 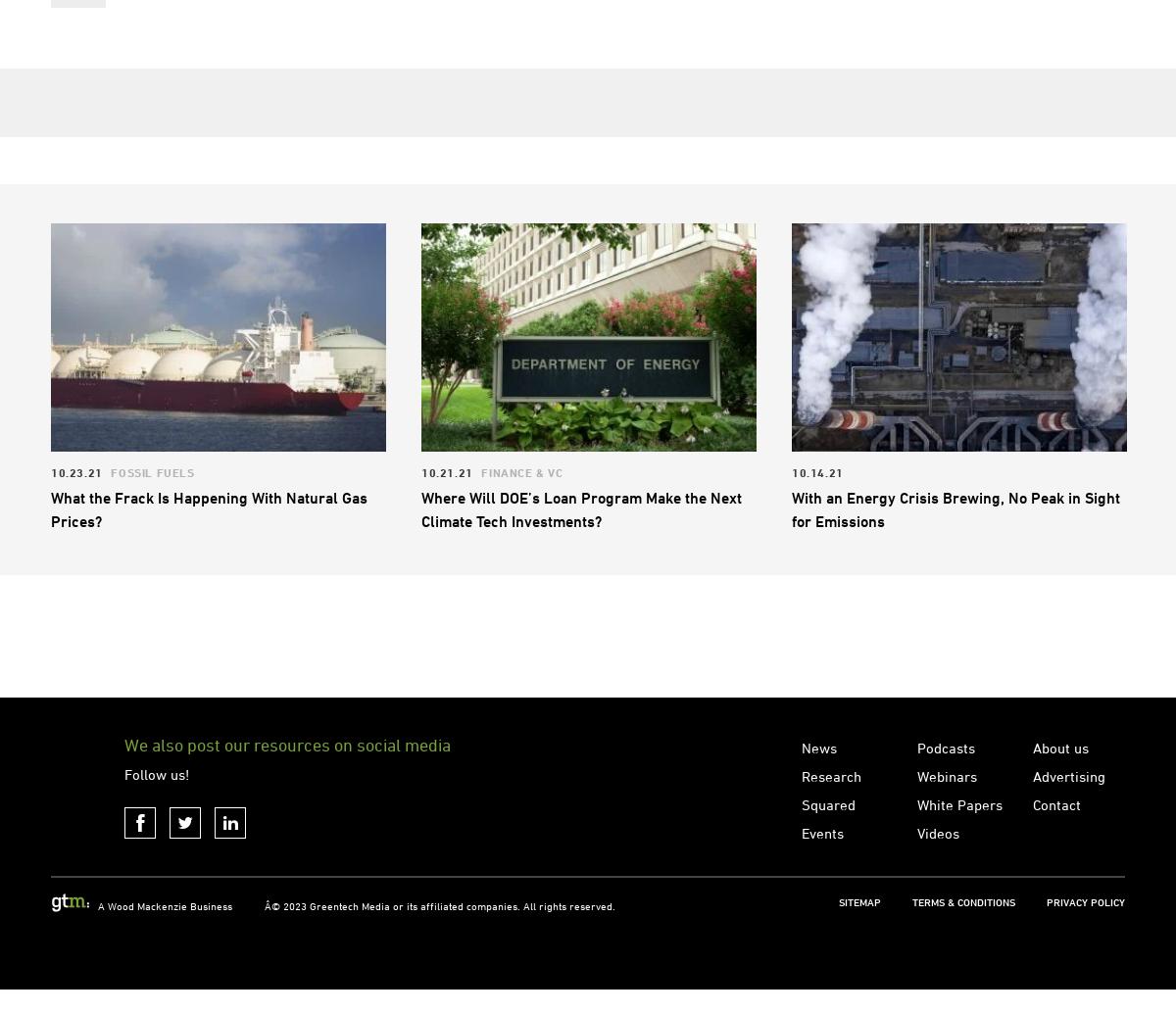 I want to click on 'About us', so click(x=1059, y=829).